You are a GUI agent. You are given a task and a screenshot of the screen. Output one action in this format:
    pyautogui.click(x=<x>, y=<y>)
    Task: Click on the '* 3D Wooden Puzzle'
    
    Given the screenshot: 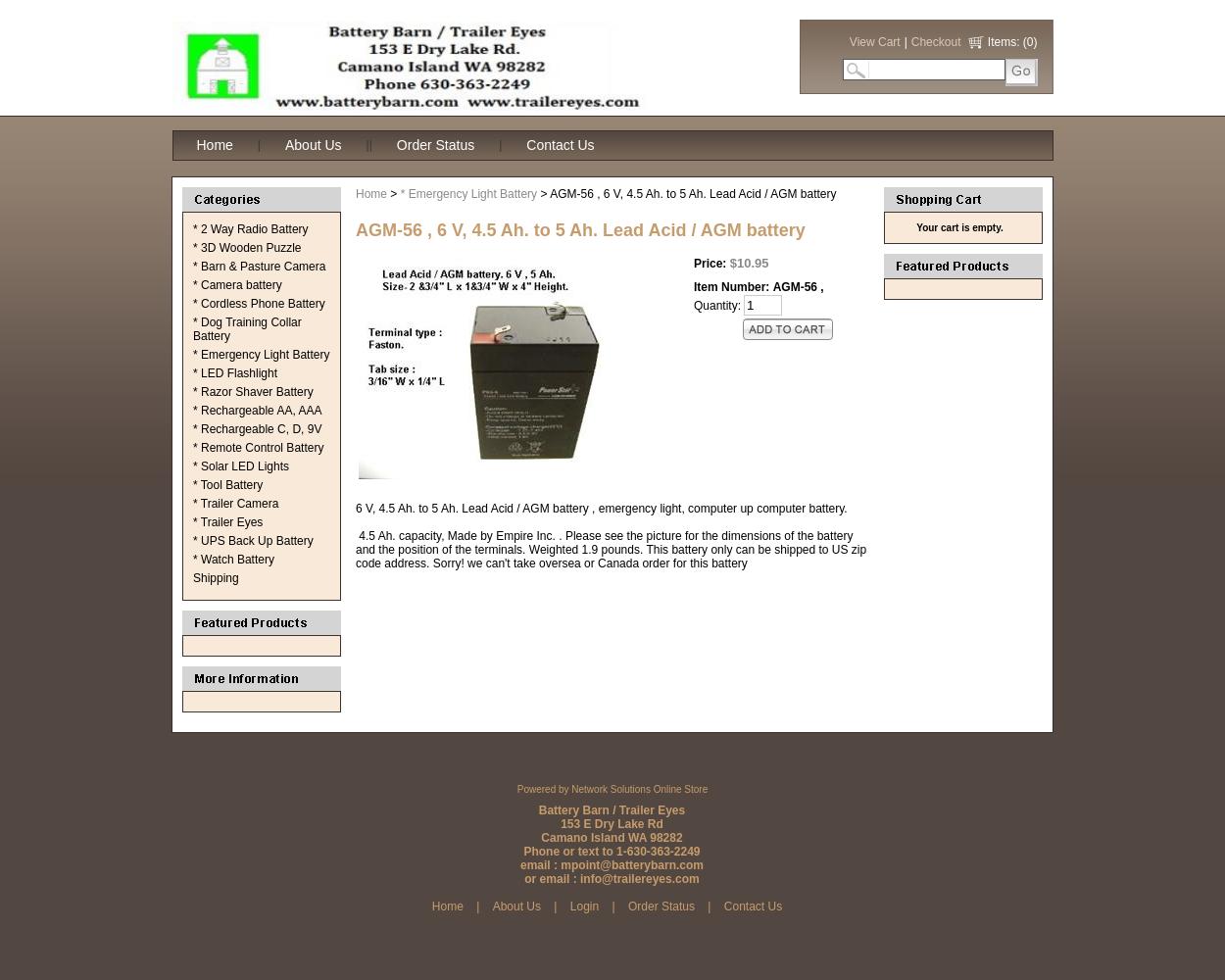 What is the action you would take?
    pyautogui.click(x=192, y=248)
    